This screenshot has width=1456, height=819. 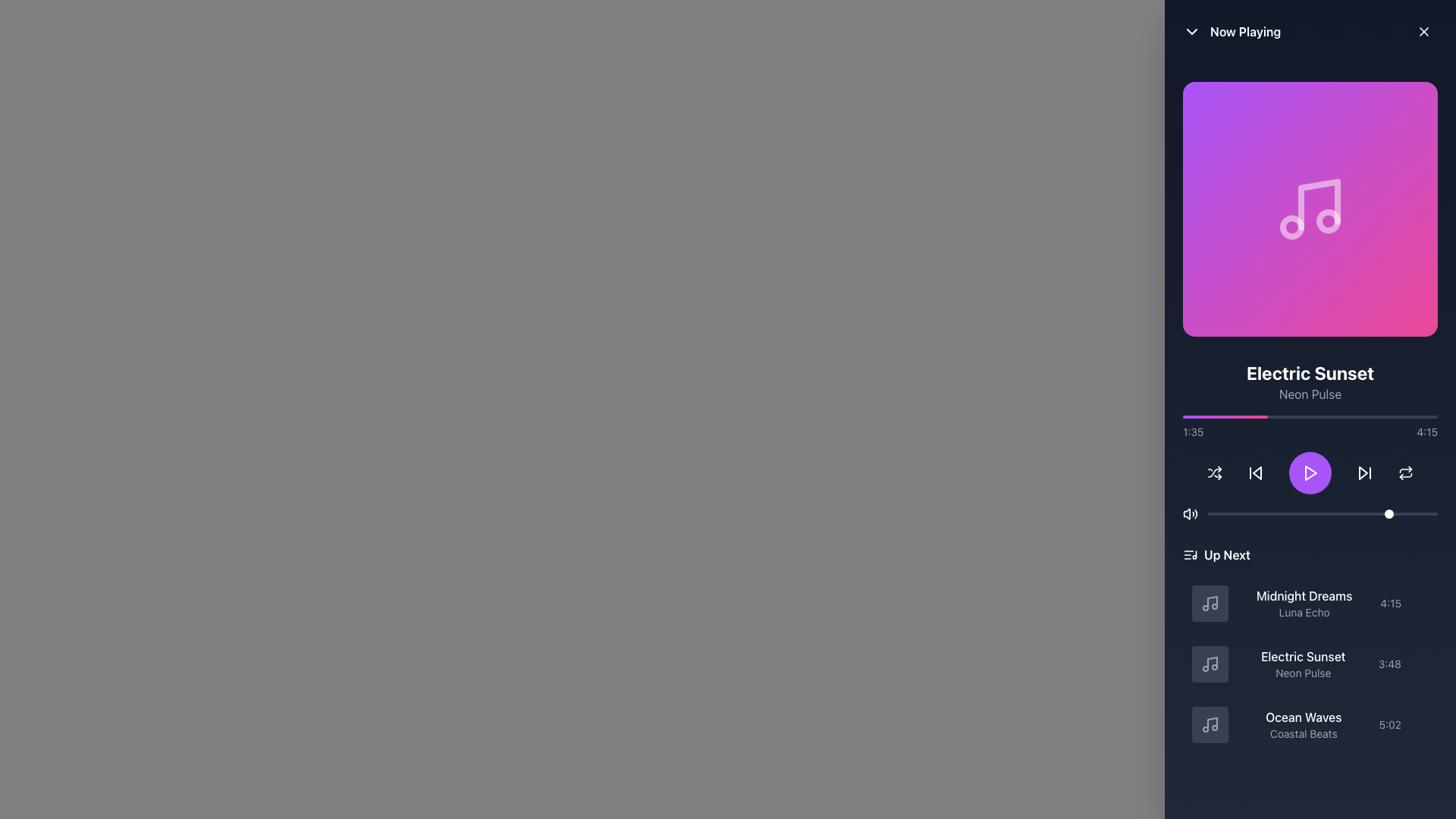 I want to click on the Volume icon, which is a modern speaker icon emitting sound waves located near the bottom left of the player interface, so click(x=1189, y=513).